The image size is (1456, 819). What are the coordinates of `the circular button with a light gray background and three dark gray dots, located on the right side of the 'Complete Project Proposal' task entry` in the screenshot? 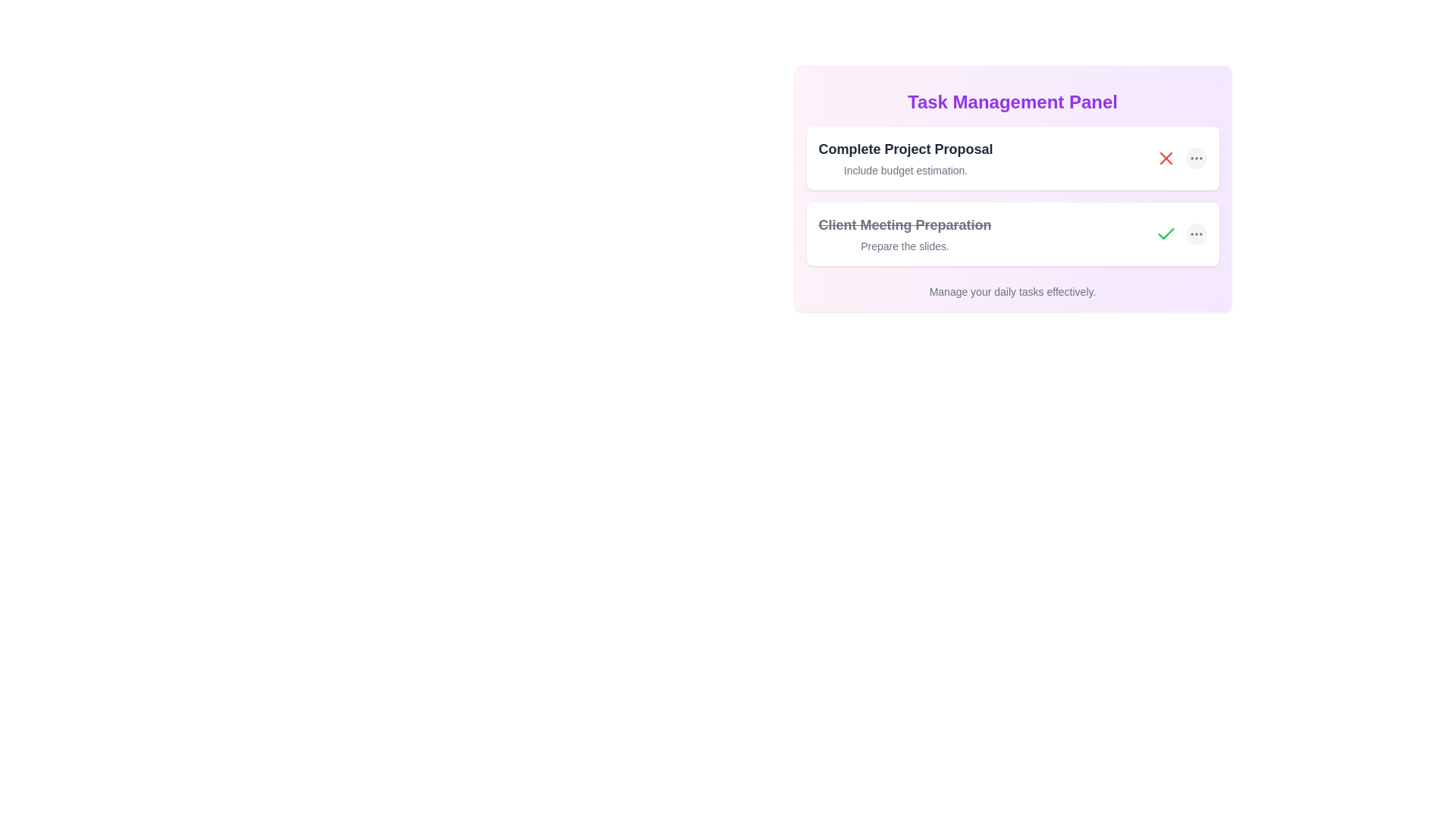 It's located at (1195, 158).